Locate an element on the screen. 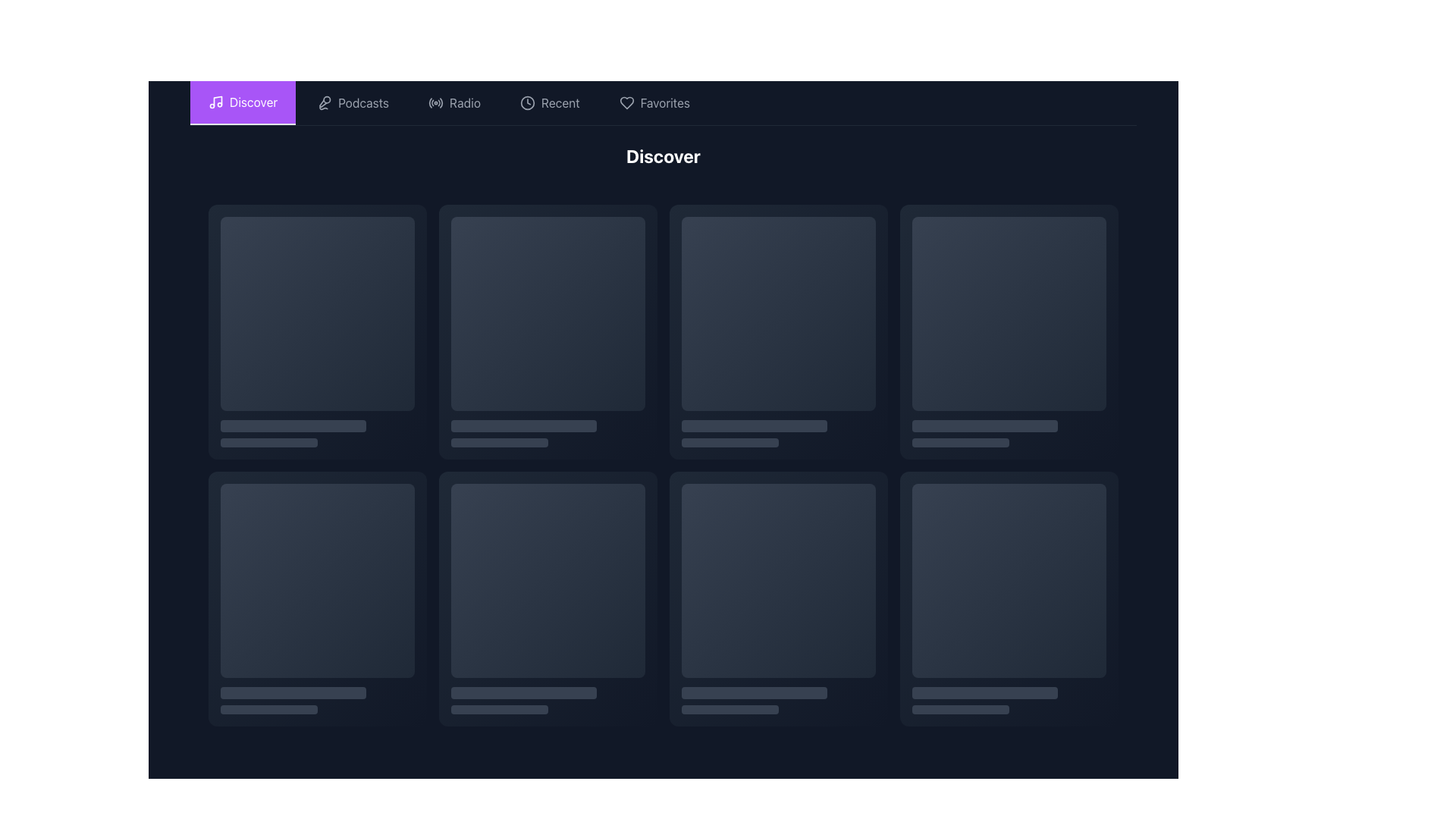 The image size is (1456, 819). the clock icon representing the 'Recent' navigation menu item, which is positioned between the text label 'Recent' and the navigation items to its left is located at coordinates (528, 102).